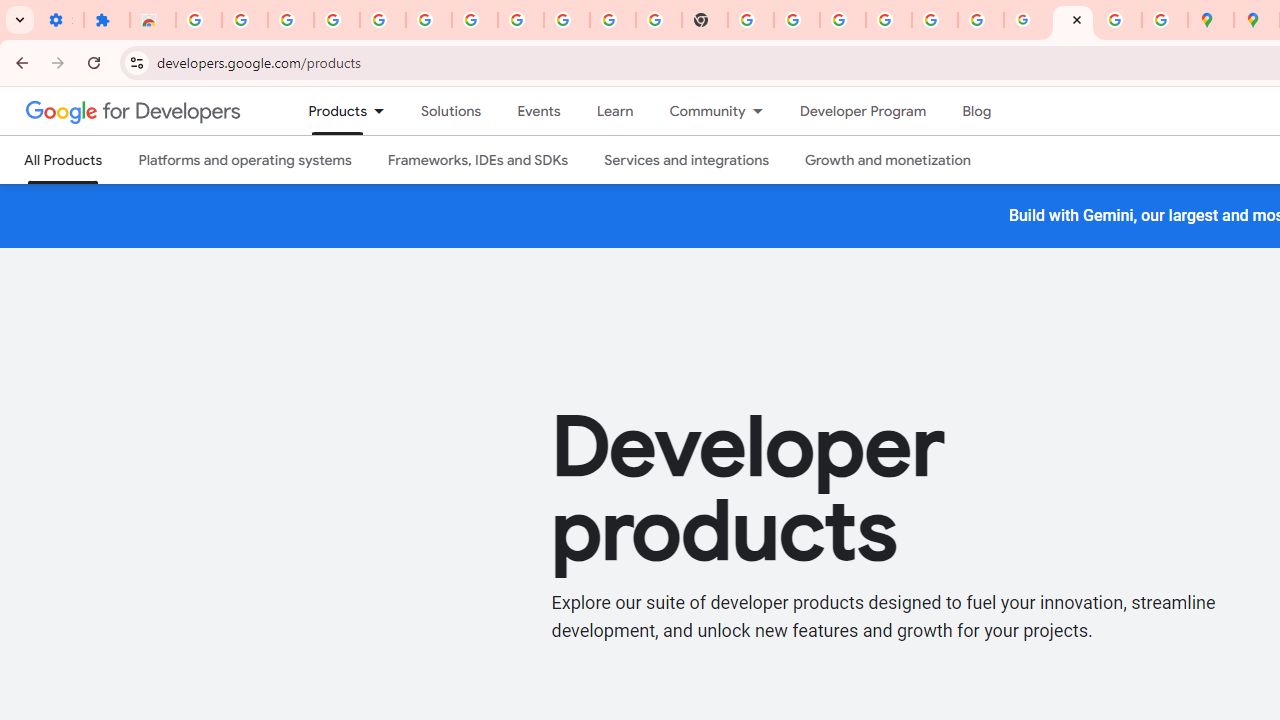 The width and height of the screenshot is (1280, 720). Describe the element at coordinates (132, 110) in the screenshot. I see `'Google for Developers'` at that location.